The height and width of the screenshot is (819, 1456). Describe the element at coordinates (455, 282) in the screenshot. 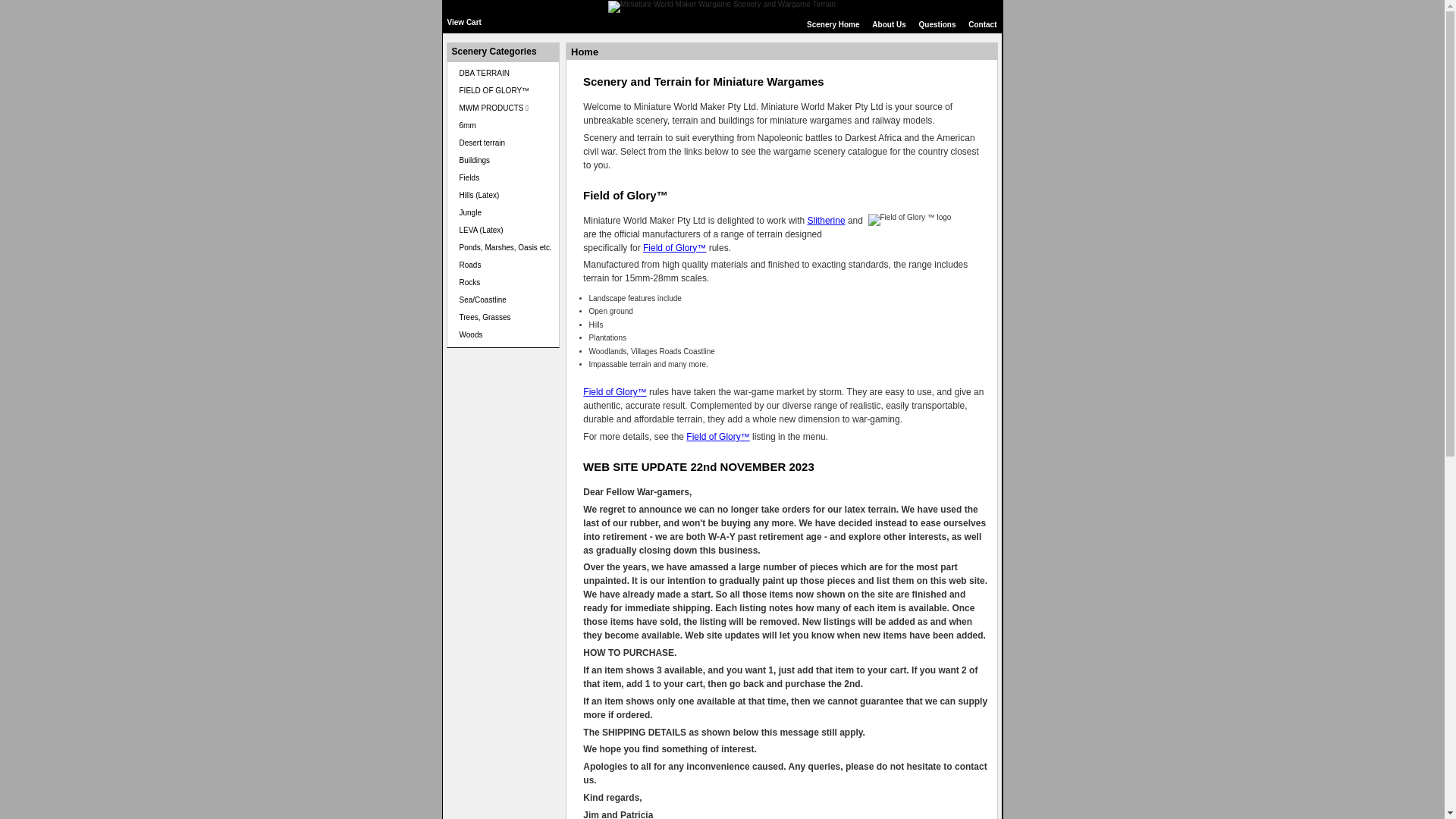

I see `'Rocks'` at that location.